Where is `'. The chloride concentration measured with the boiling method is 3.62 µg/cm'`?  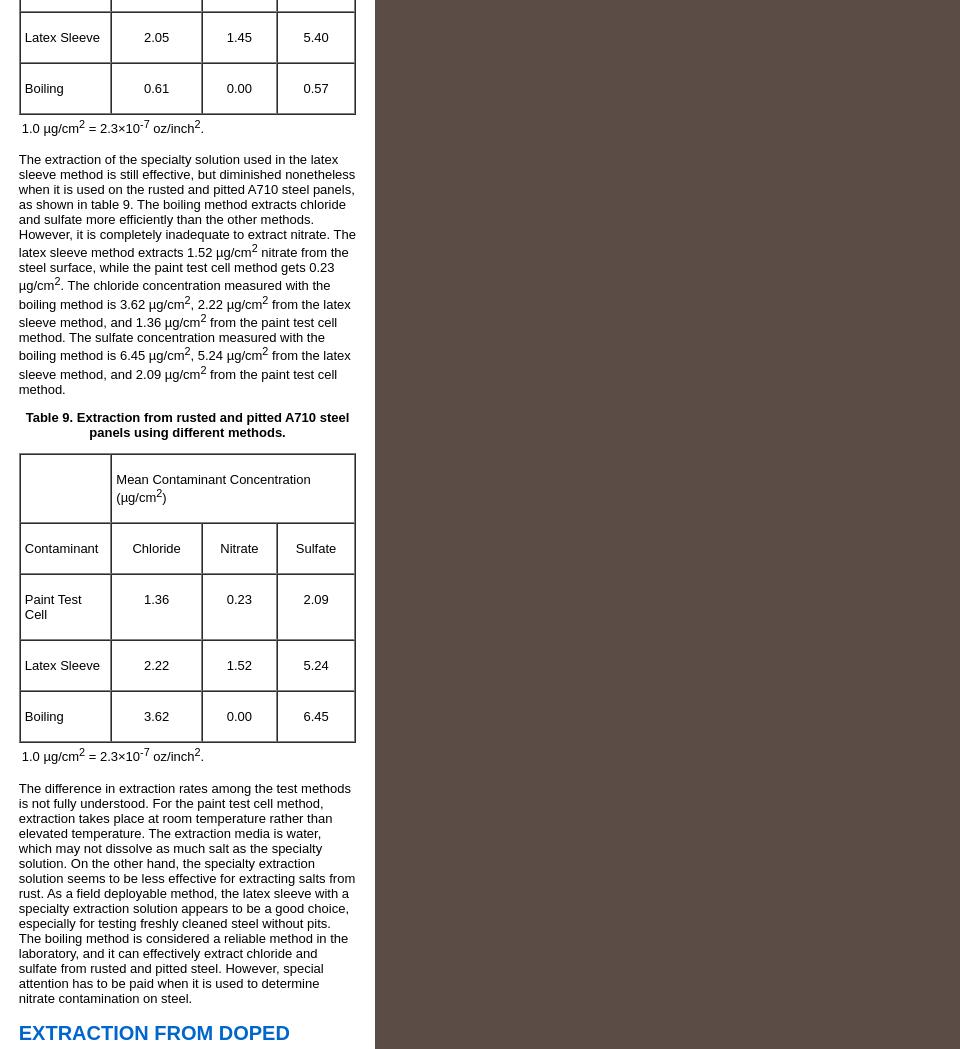
'. The chloride concentration measured with the boiling method is 3.62 µg/cm' is located at coordinates (172, 294).